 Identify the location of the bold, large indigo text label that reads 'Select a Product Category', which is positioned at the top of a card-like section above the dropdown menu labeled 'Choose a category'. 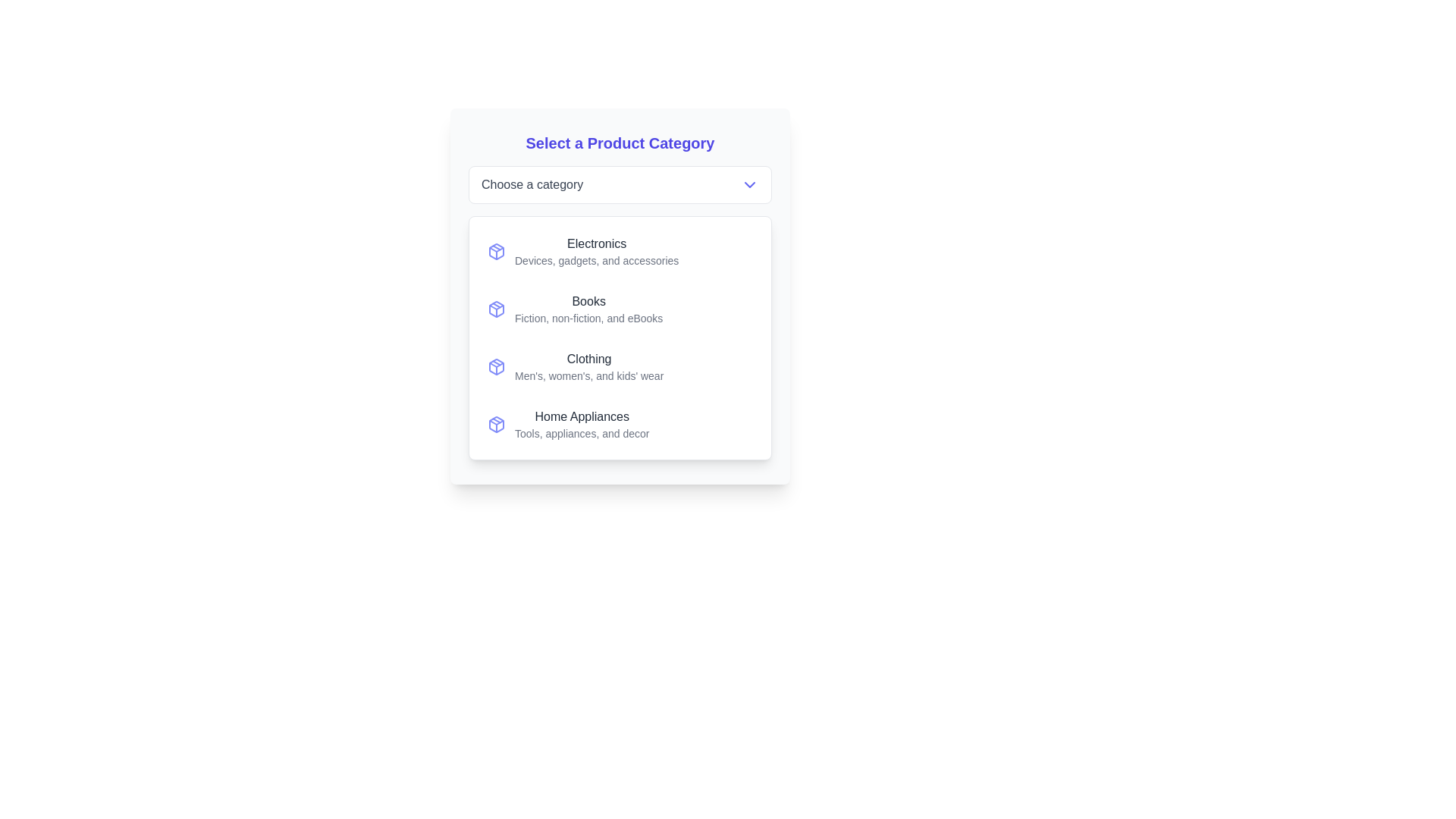
(620, 143).